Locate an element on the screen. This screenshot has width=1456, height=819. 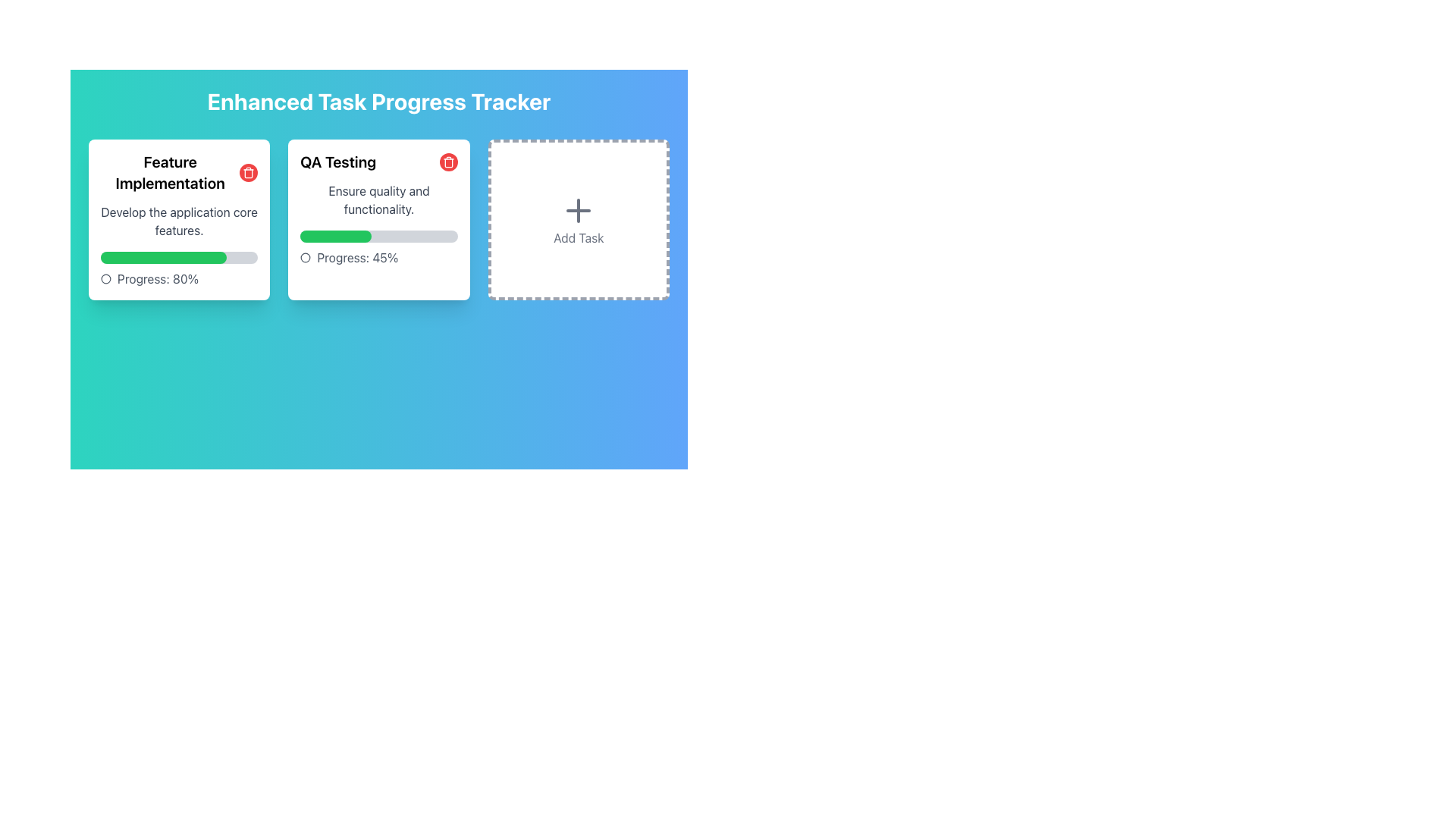
the green progress bar located in the second card beneath the heading 'QA Testing' and above the text indicating 'Progress: 45%.' is located at coordinates (334, 237).